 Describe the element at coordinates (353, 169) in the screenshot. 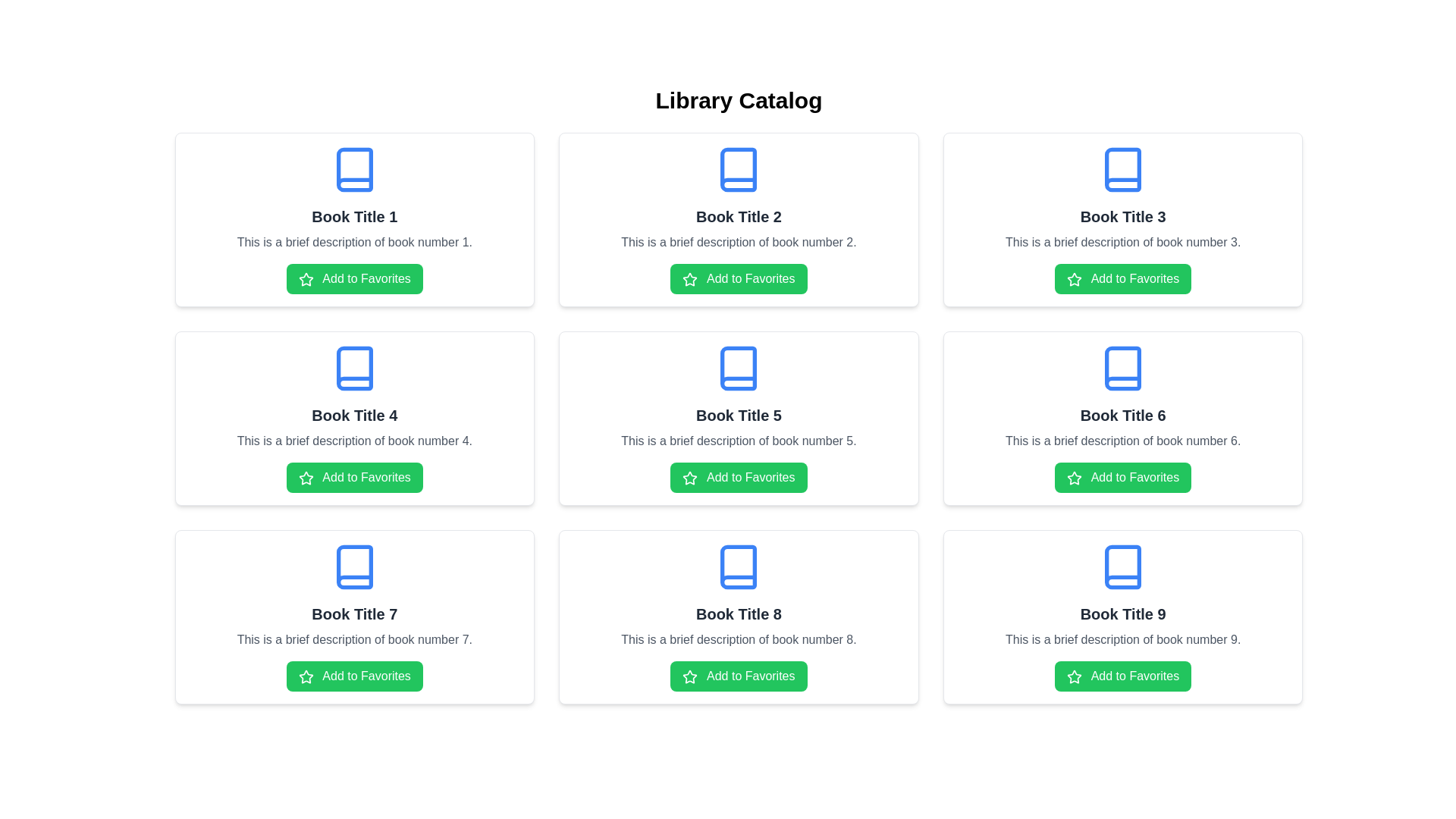

I see `the blue book icon located at the top center of the card labeled 'Book Title 1'` at that location.